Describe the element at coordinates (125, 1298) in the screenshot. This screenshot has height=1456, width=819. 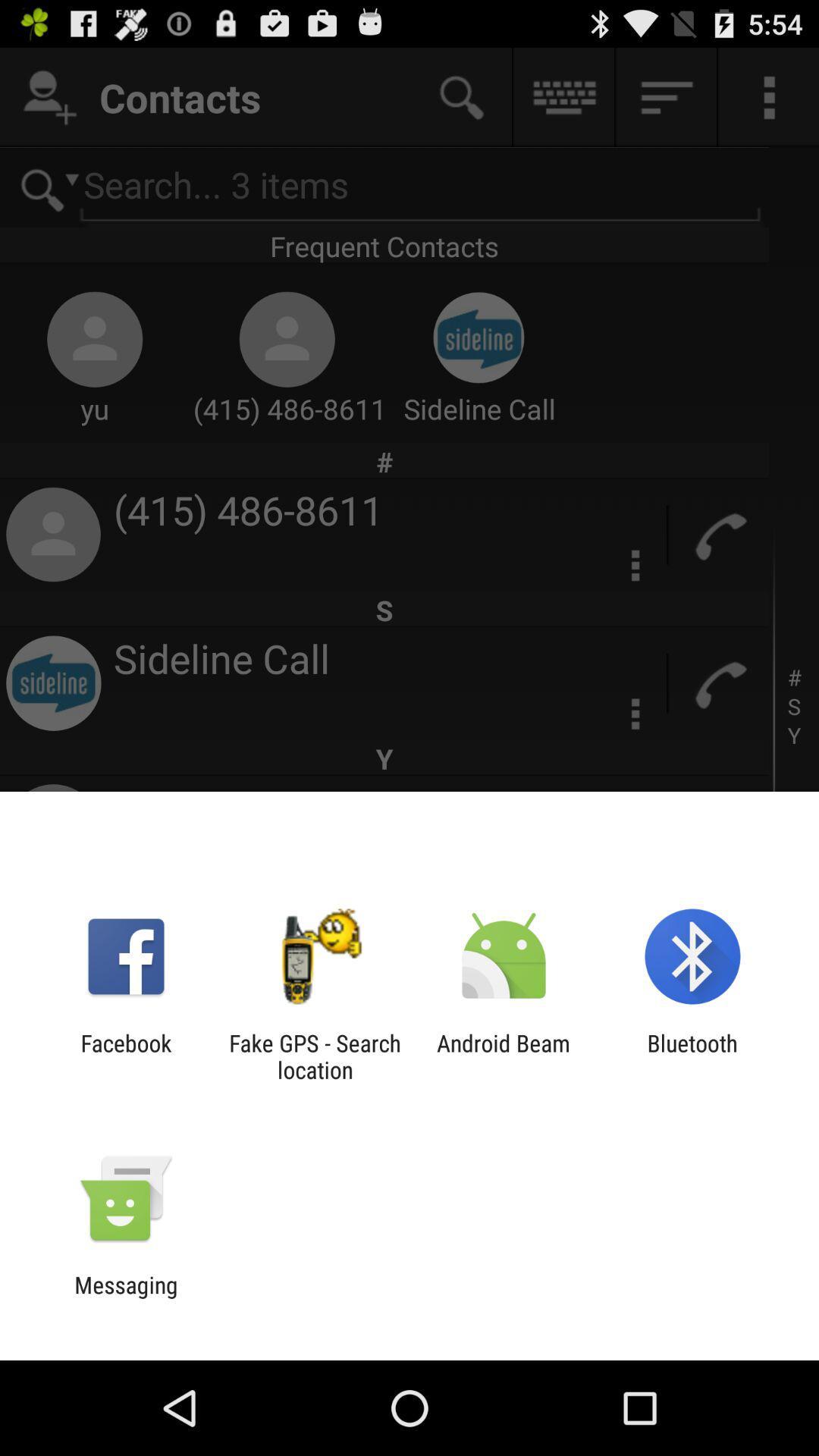
I see `the messaging icon` at that location.